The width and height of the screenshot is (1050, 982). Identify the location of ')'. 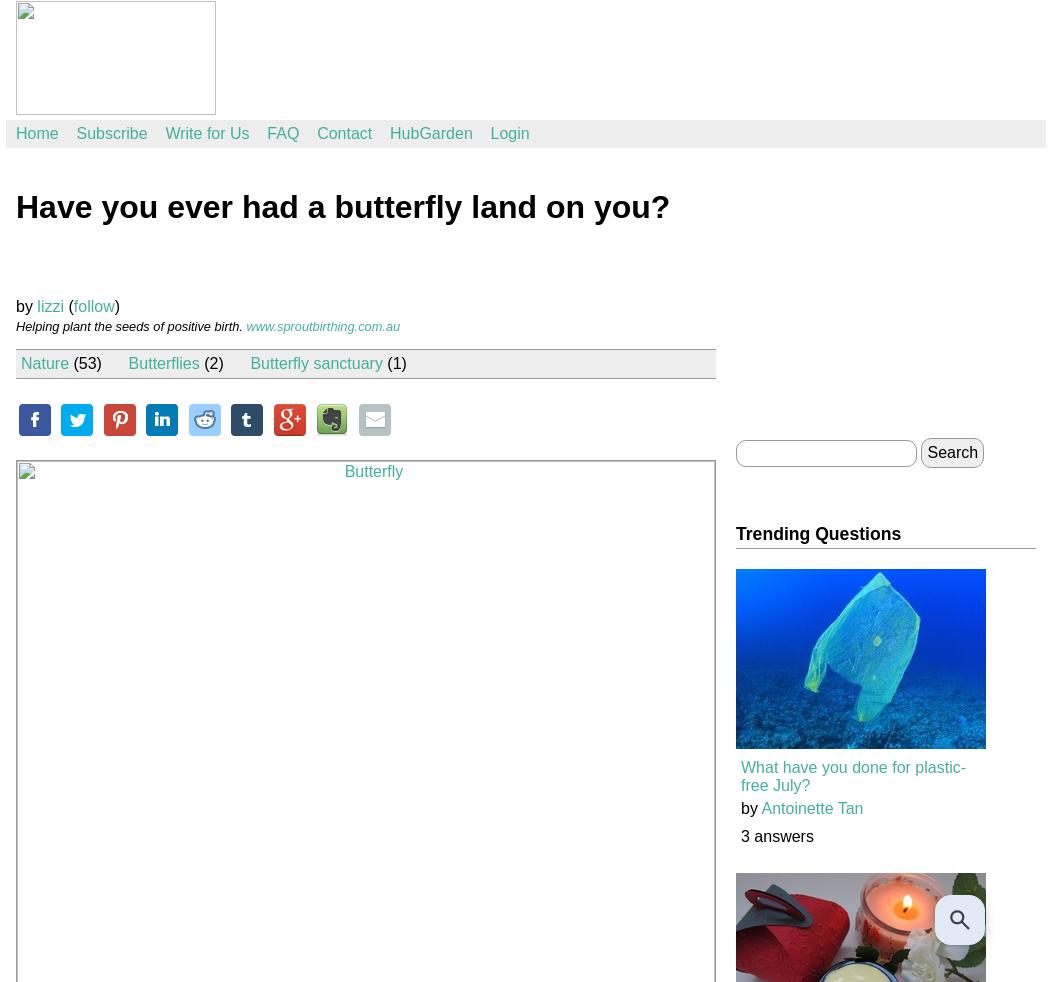
(115, 305).